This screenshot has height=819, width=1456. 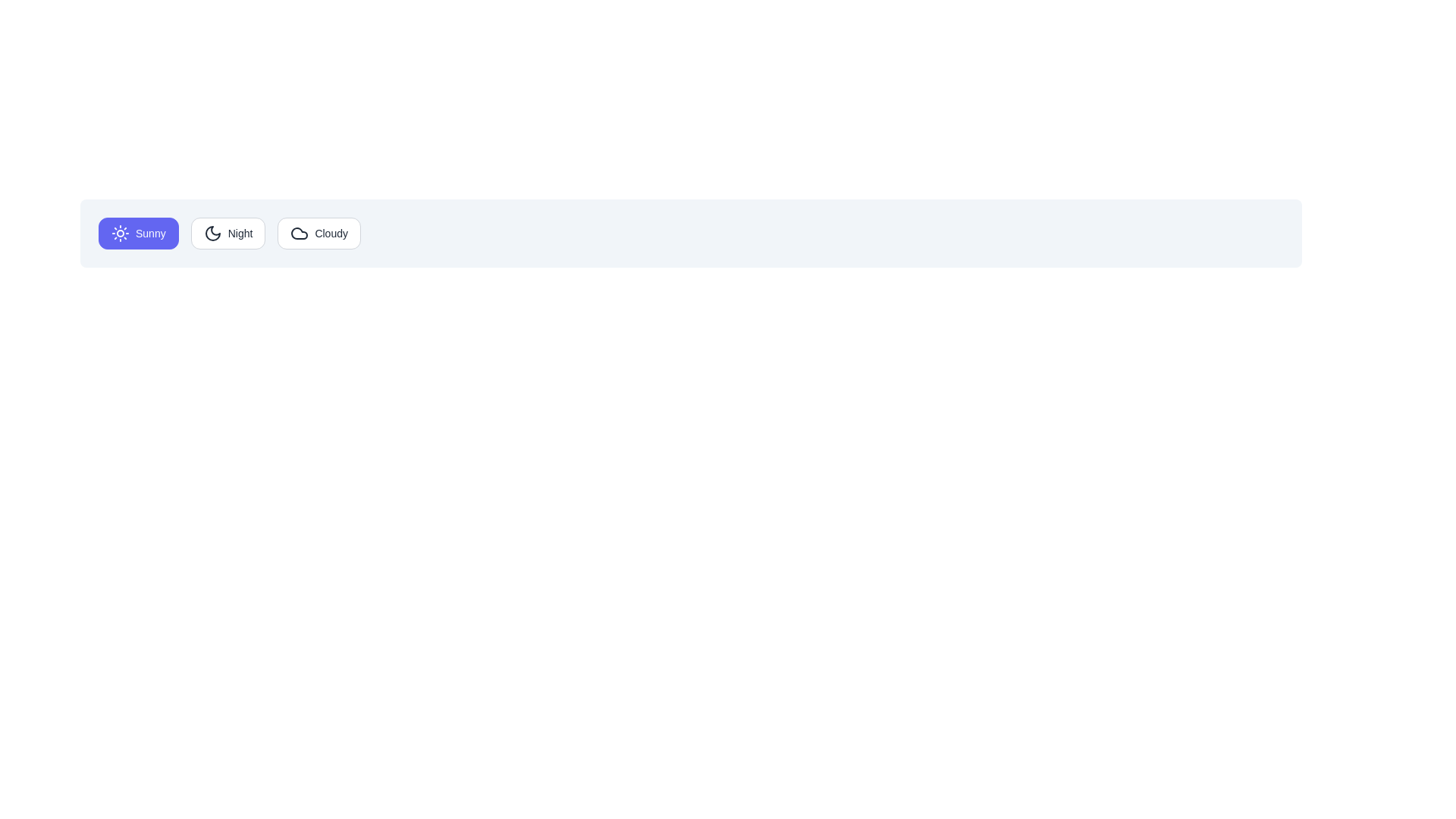 I want to click on the Cloudy button to observe its hover state, so click(x=318, y=234).